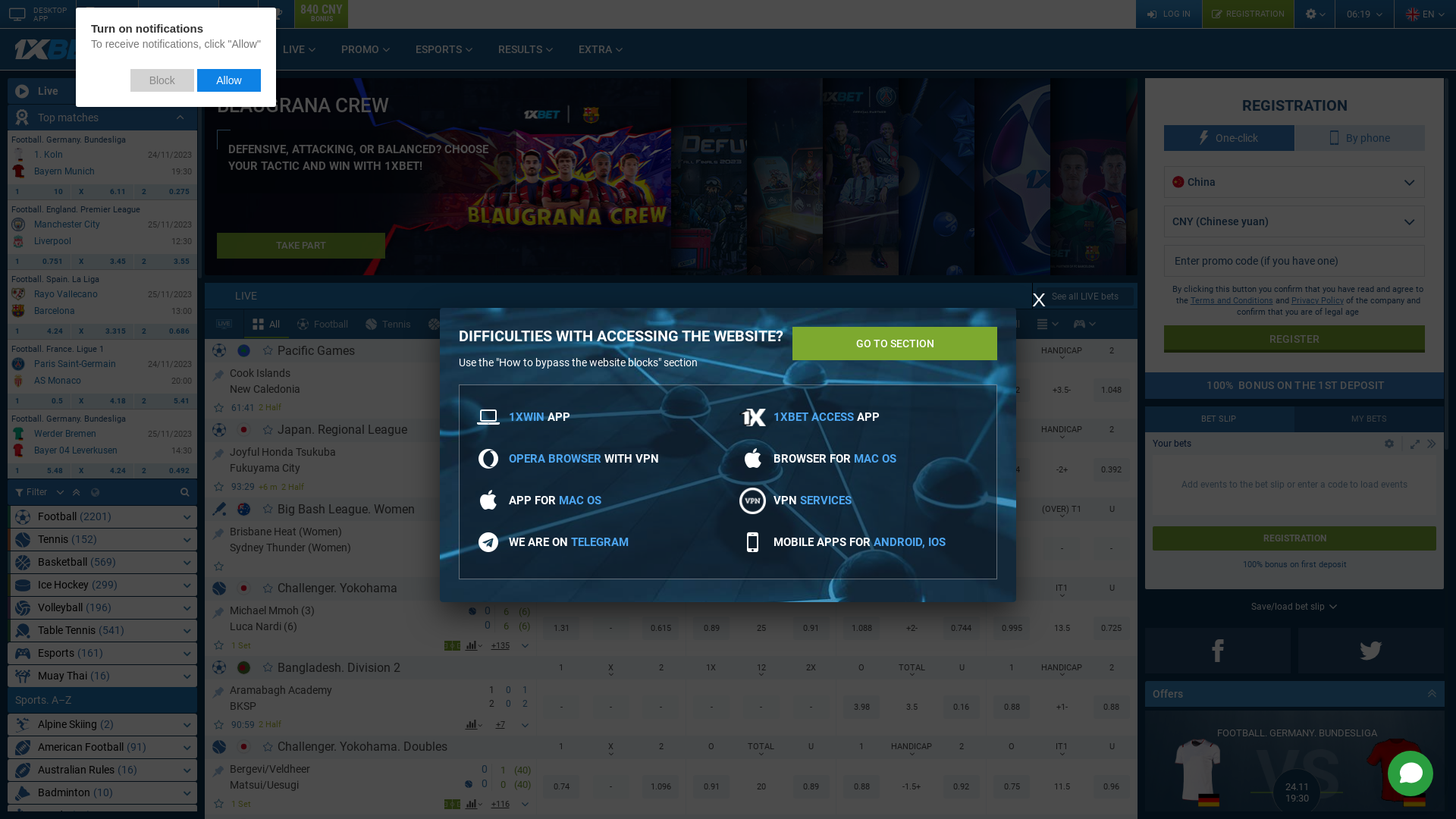  I want to click on 'Ice Hockey, so click(101, 584).